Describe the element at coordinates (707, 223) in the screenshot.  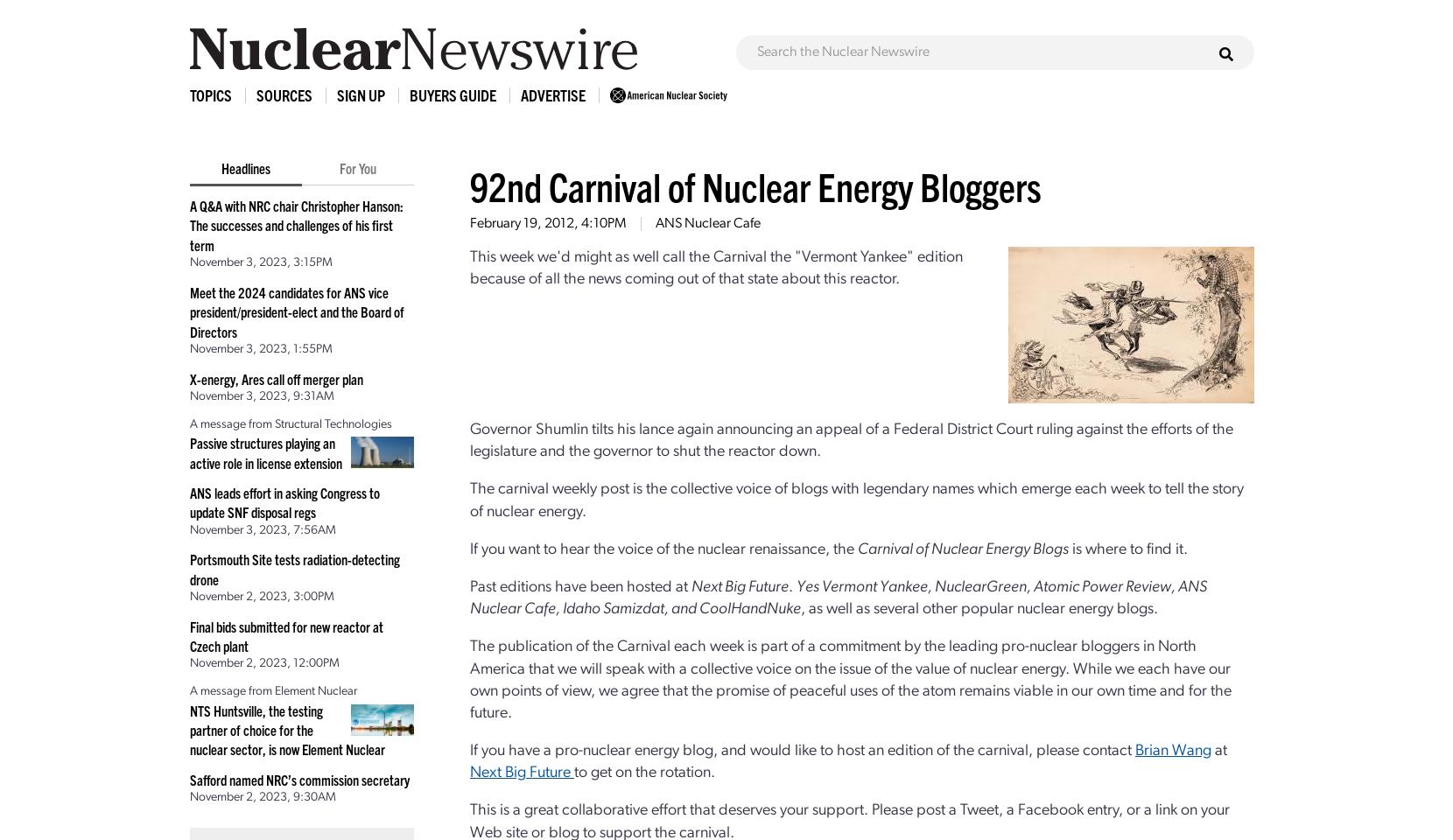
I see `'ANS Nuclear Cafe'` at that location.